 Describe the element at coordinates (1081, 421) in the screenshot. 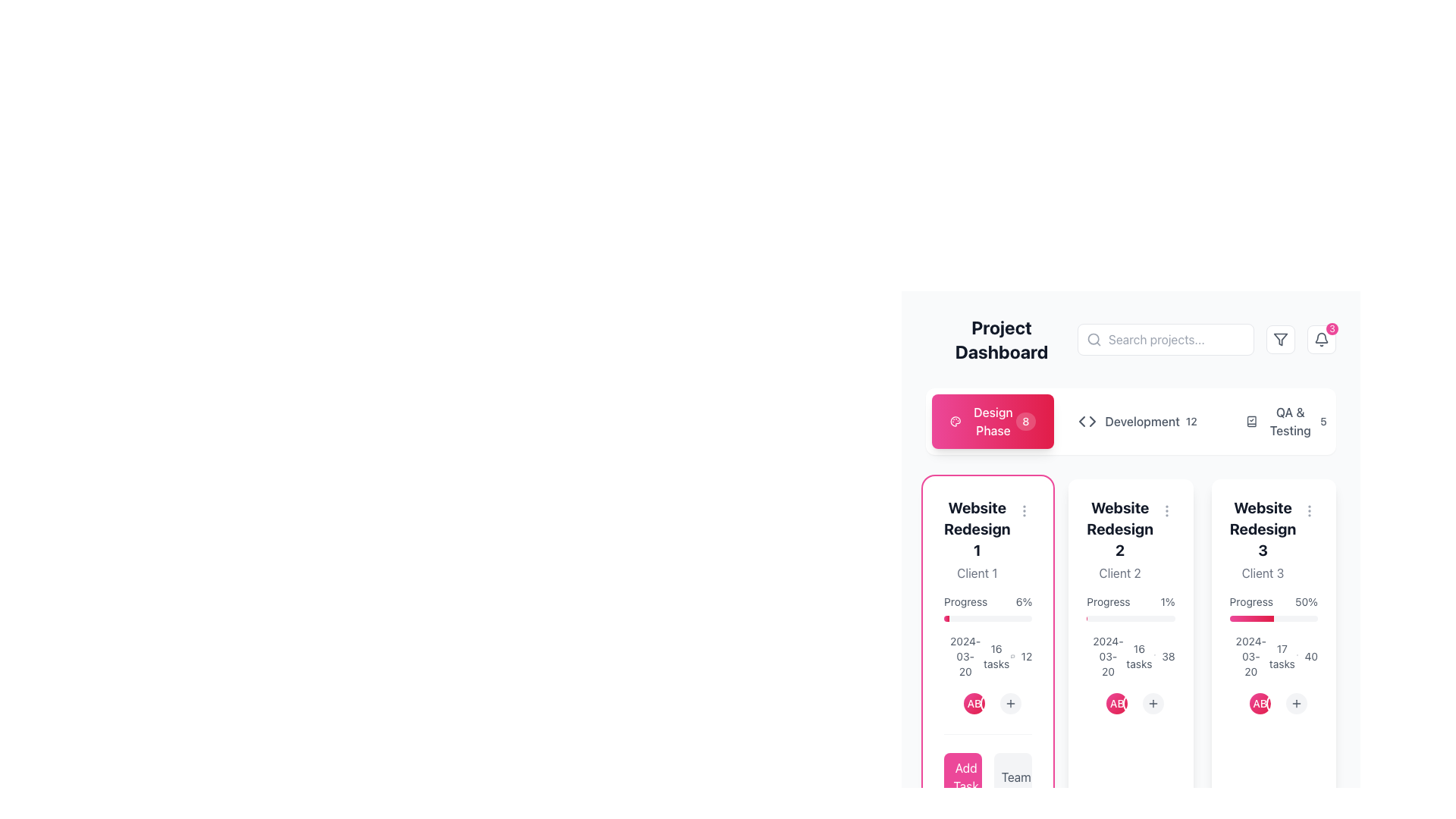

I see `the leftward-pointing arrow in the SVG graphic element` at that location.